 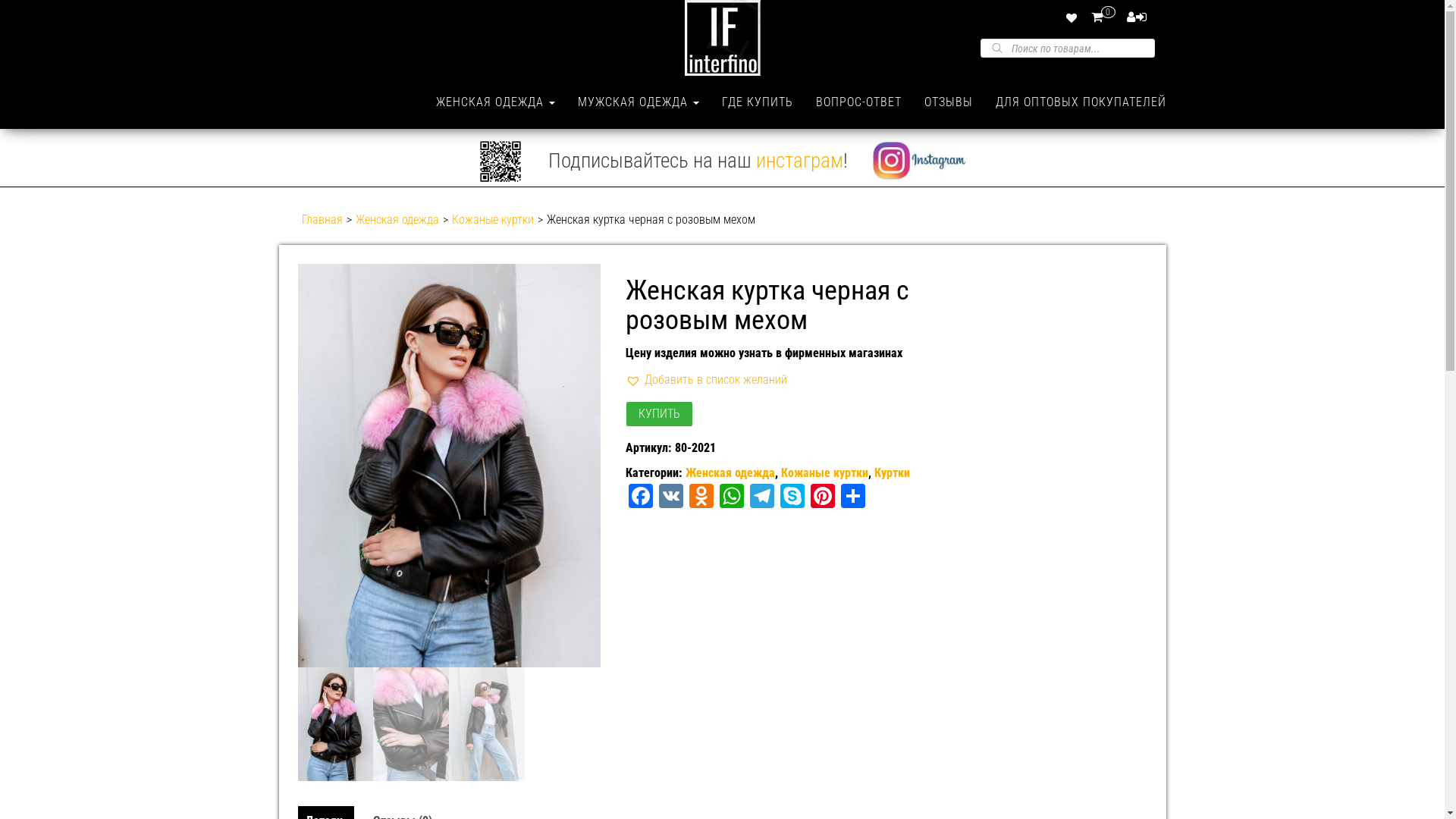 I want to click on '0', so click(x=1106, y=17).